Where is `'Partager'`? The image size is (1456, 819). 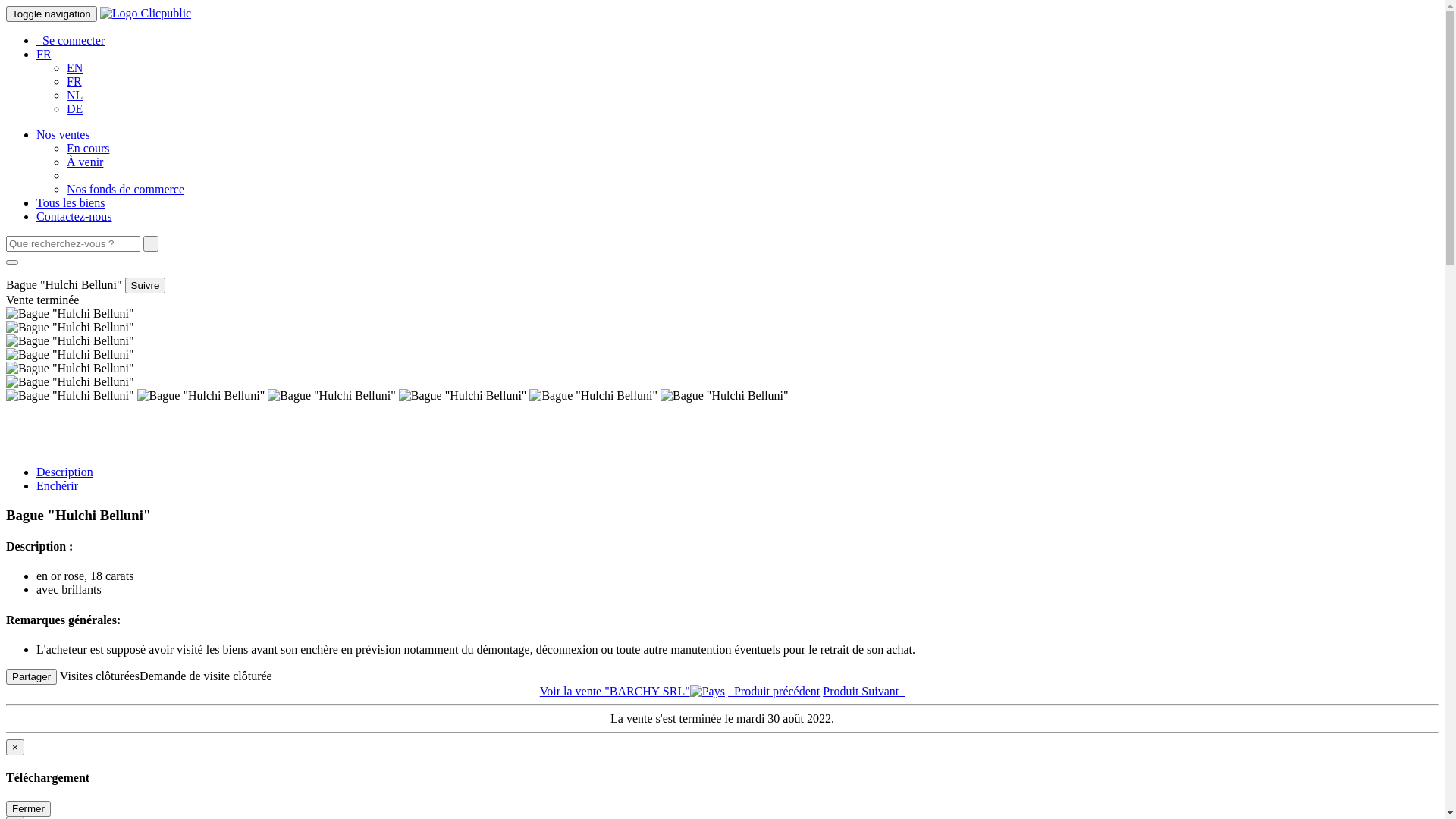 'Partager' is located at coordinates (31, 676).